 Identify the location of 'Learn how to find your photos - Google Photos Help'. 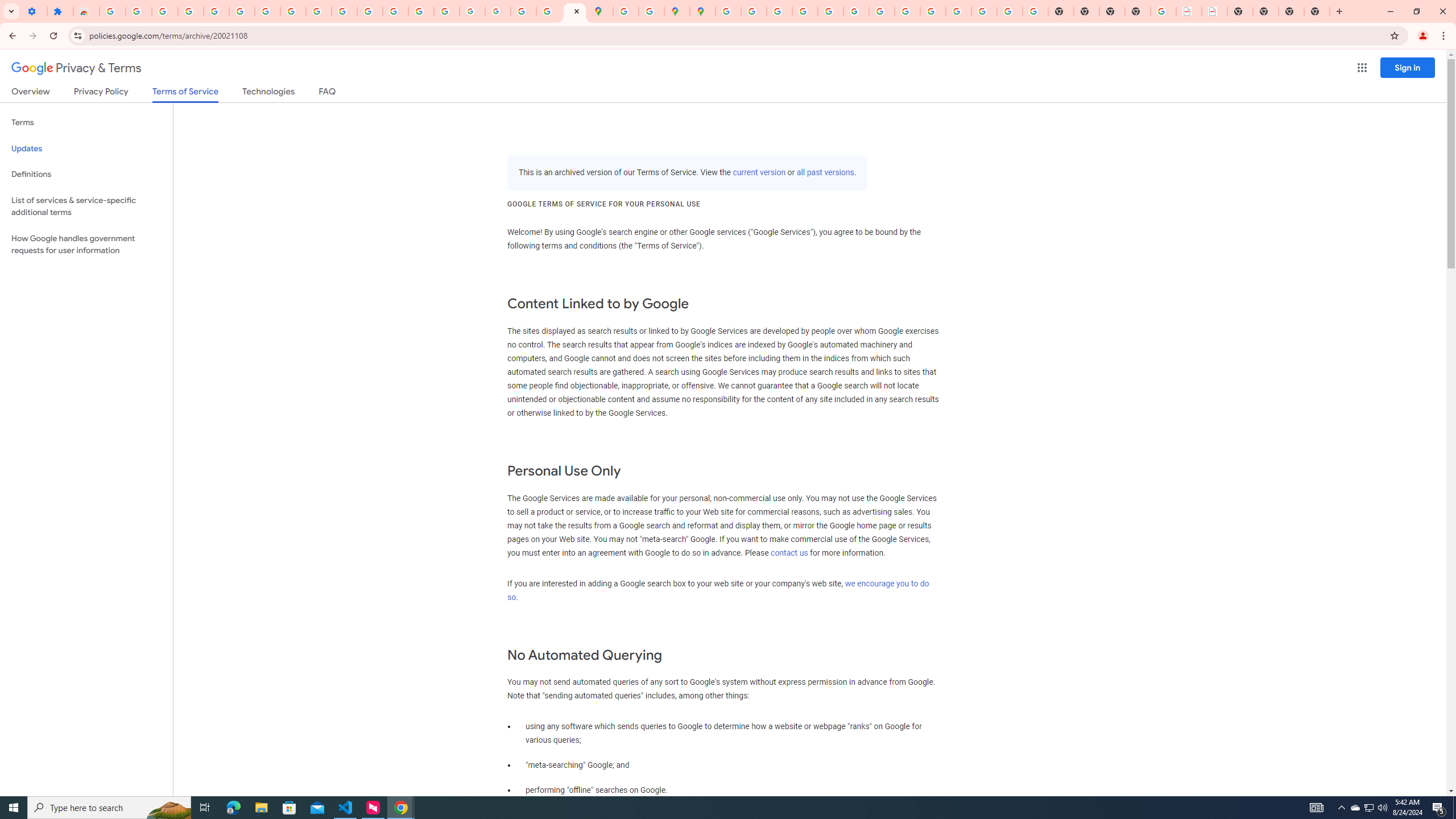
(190, 11).